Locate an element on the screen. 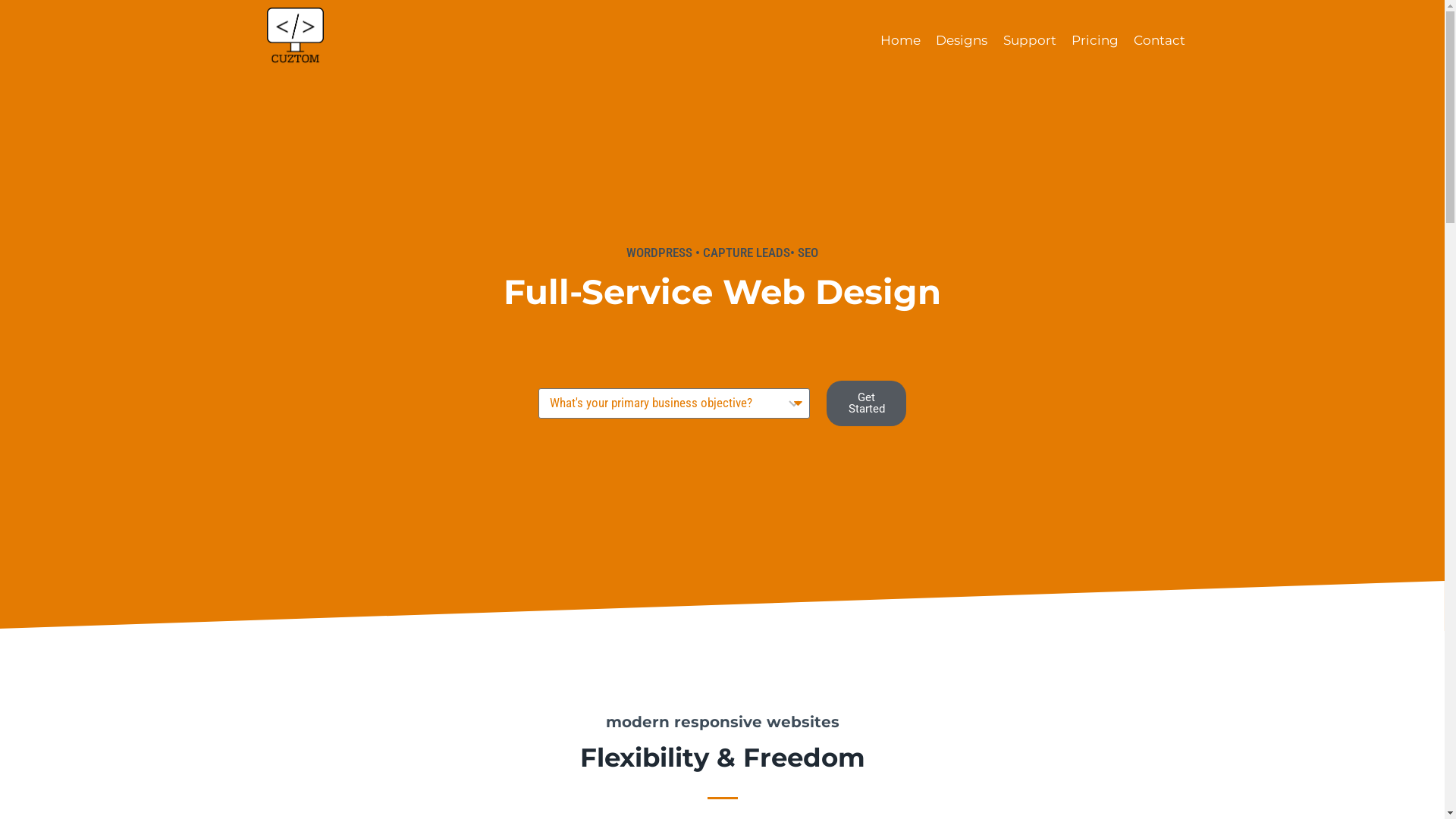 The width and height of the screenshot is (1456, 819). 'Support' is located at coordinates (1029, 40).